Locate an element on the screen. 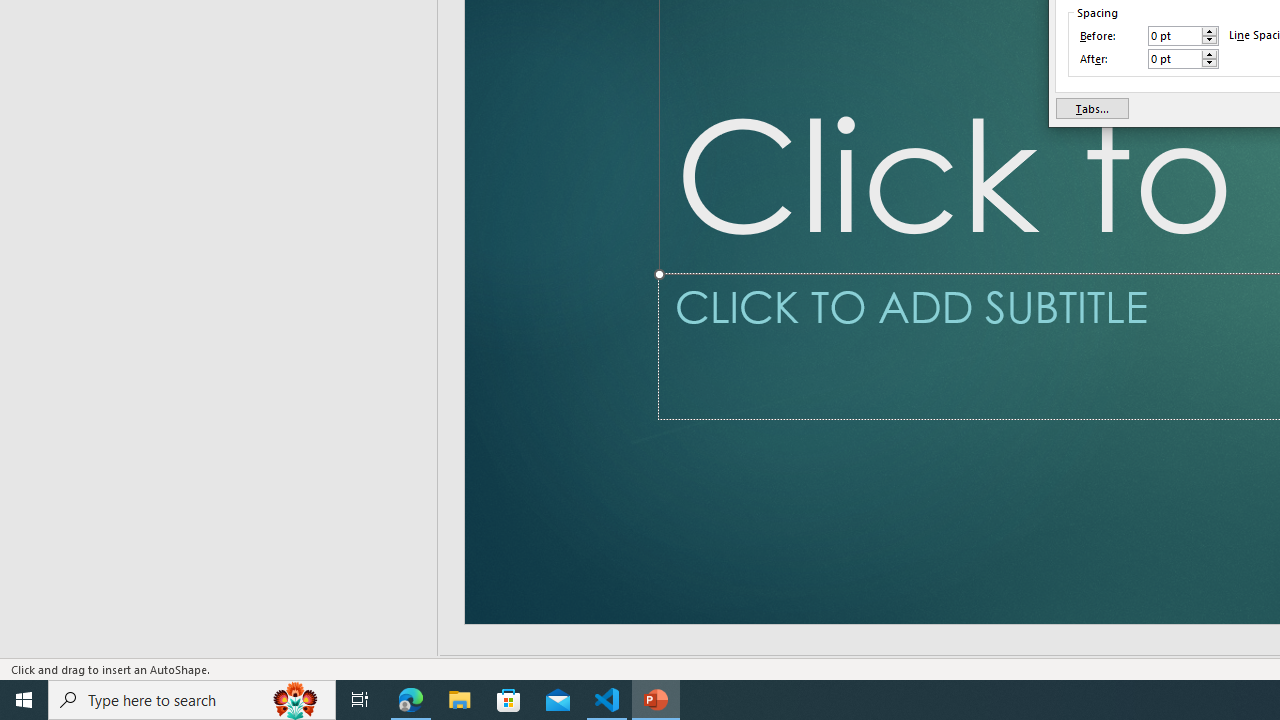 The width and height of the screenshot is (1280, 720). 'PowerPoint - 1 running window' is located at coordinates (656, 698).